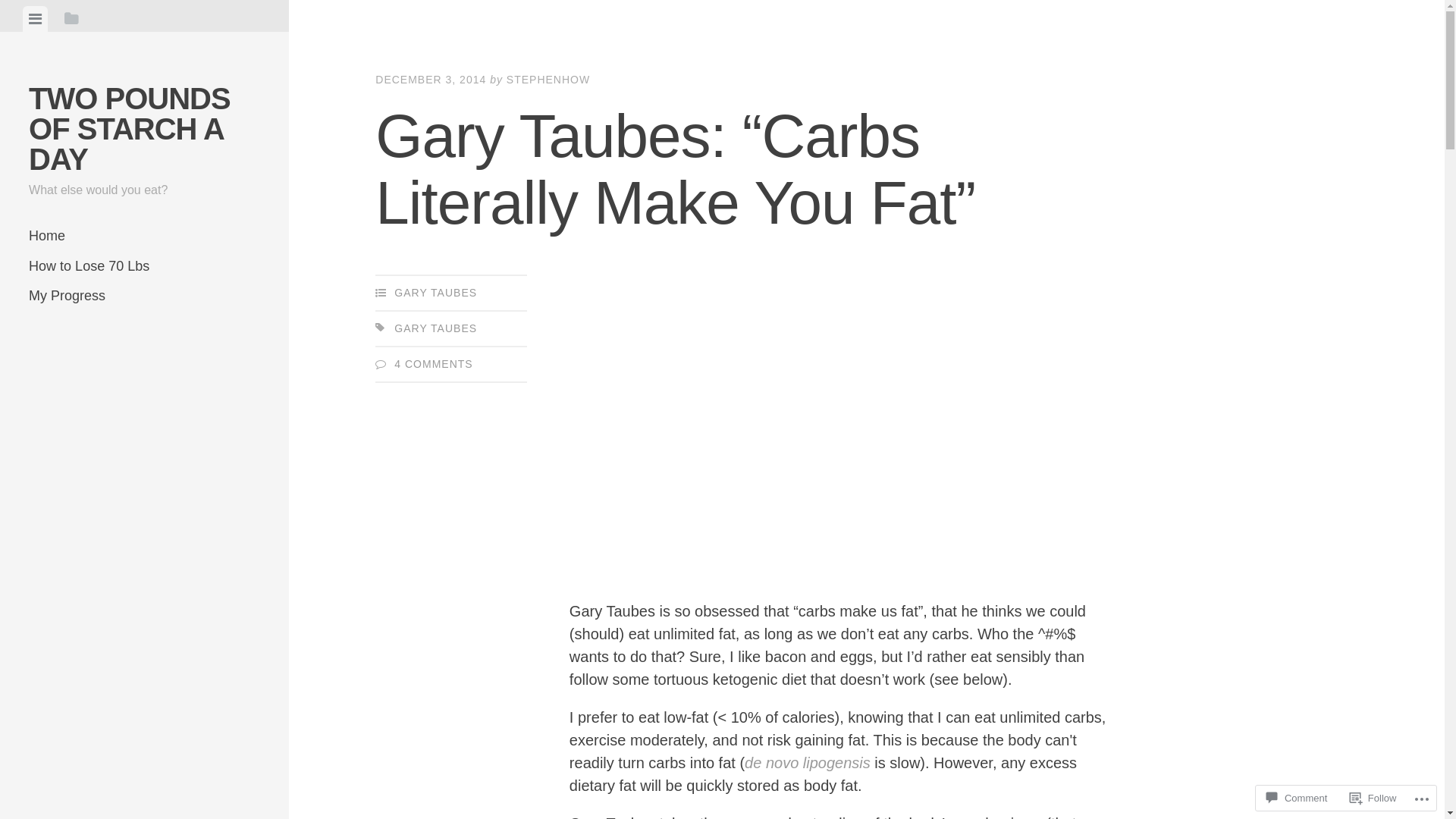 The width and height of the screenshot is (1456, 819). Describe the element at coordinates (429, 79) in the screenshot. I see `'DECEMBER 3, 2014'` at that location.